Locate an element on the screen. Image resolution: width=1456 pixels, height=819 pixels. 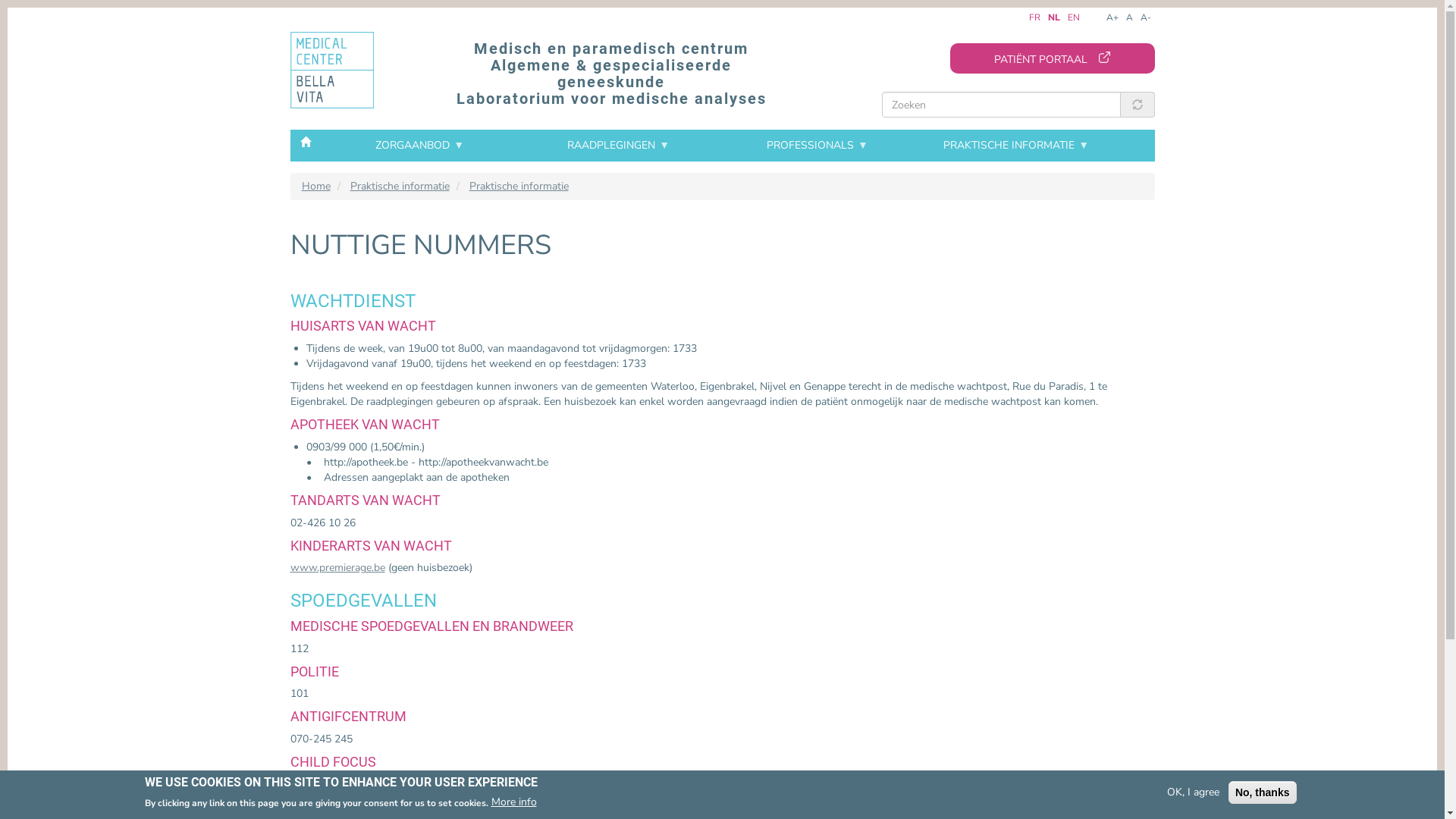
'No, thanks' is located at coordinates (1263, 792).